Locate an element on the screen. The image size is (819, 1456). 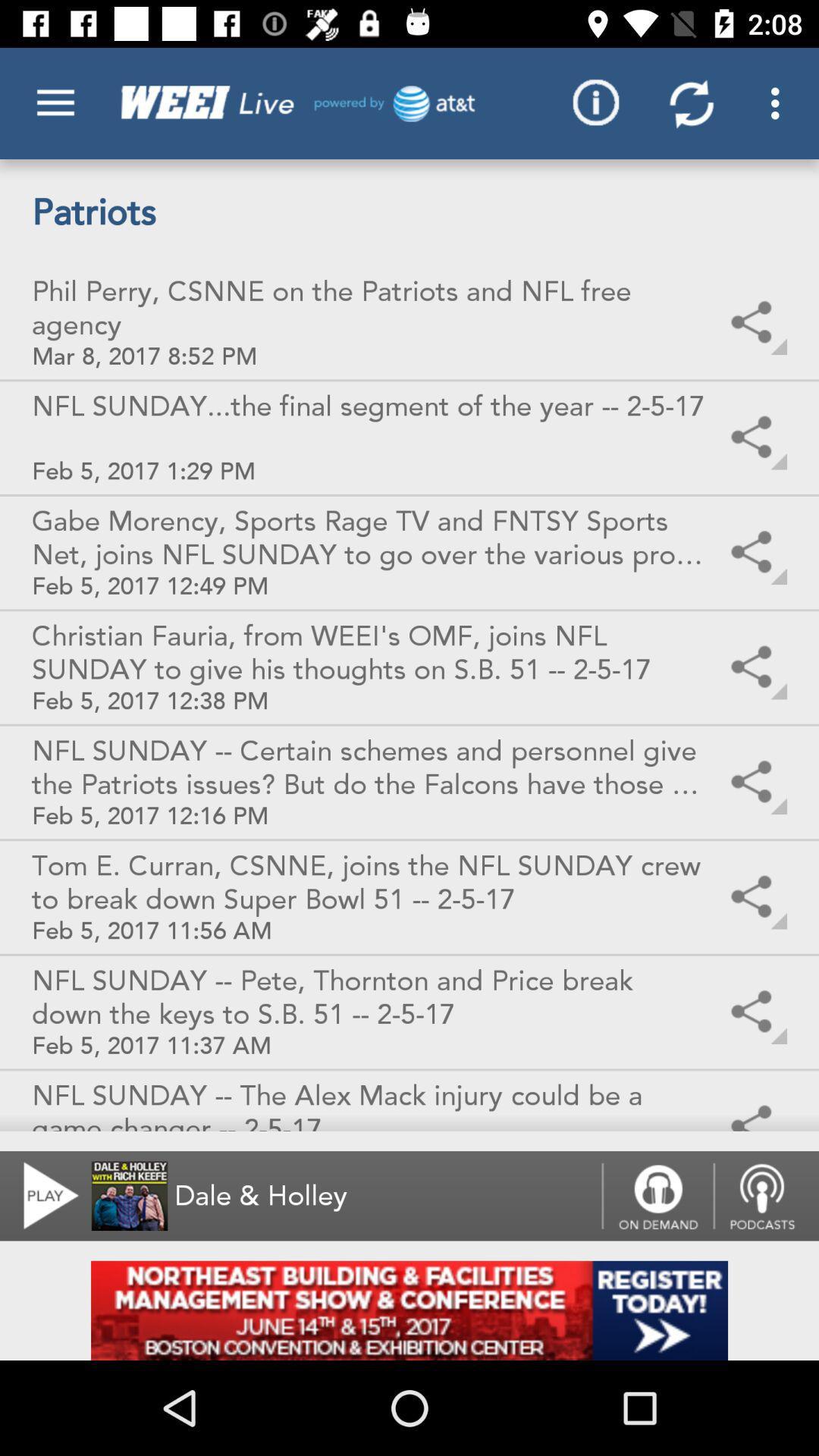
banner add is located at coordinates (409, 1310).